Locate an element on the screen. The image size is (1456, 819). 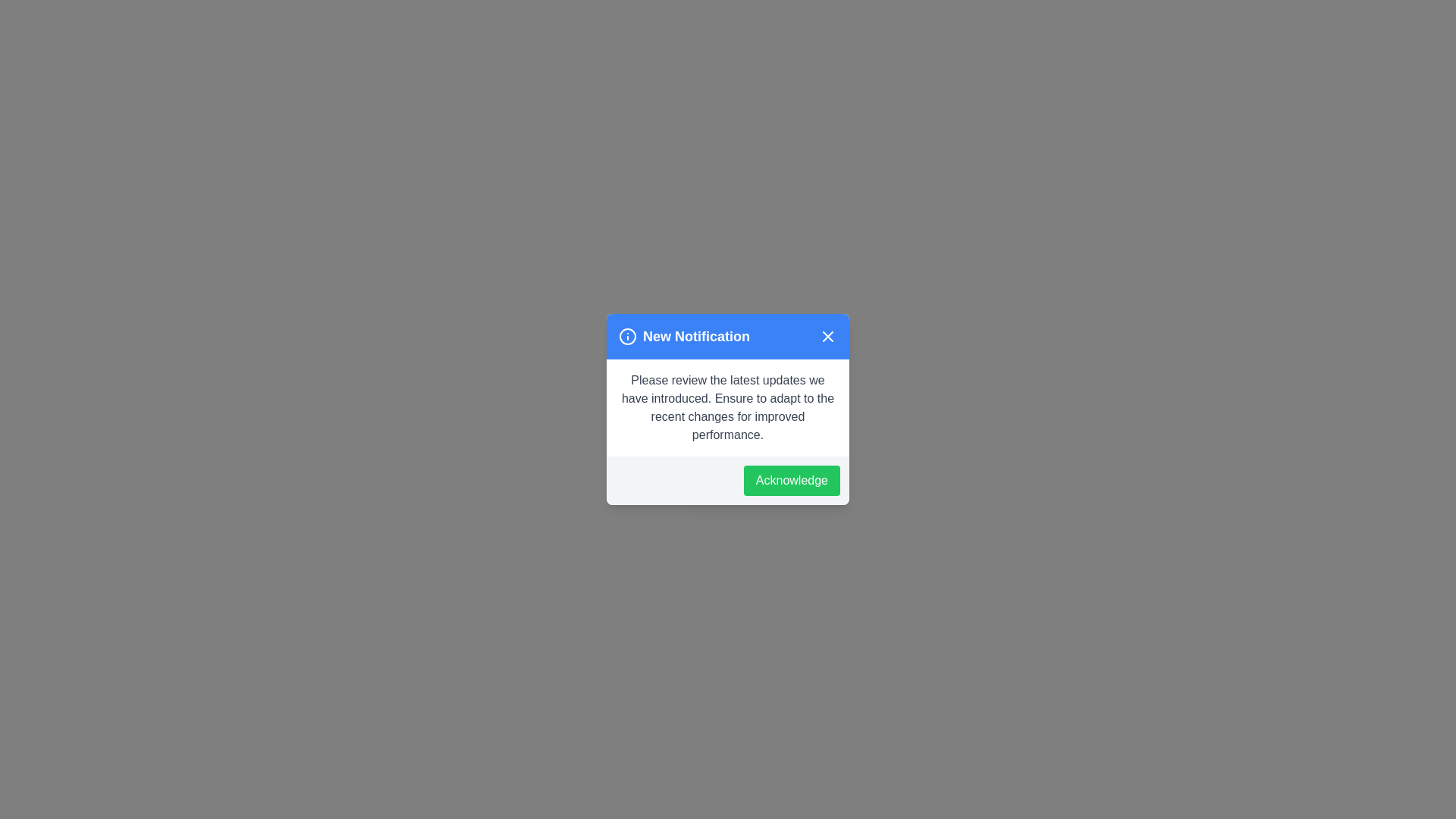
the 'Acknowledge' button to acknowledge the notification is located at coordinates (790, 480).